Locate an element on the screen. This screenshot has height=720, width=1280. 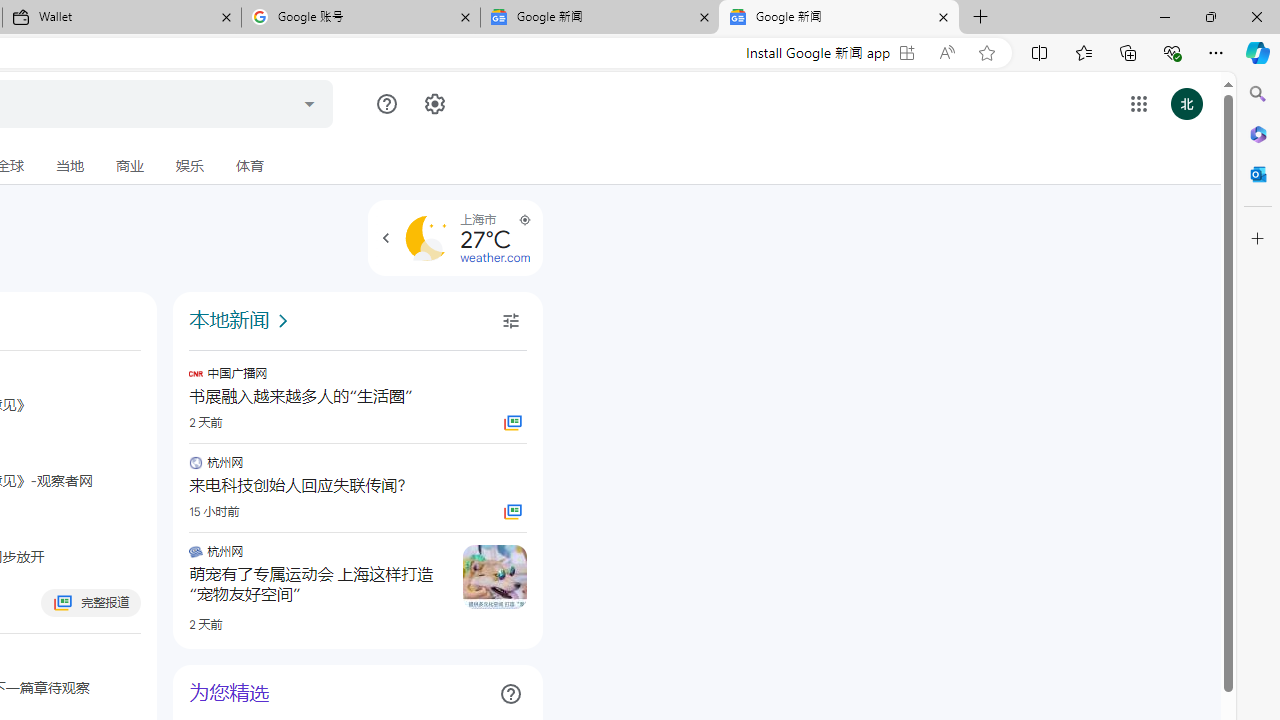
'Class: zRMMZb NMm5M' is located at coordinates (524, 219).